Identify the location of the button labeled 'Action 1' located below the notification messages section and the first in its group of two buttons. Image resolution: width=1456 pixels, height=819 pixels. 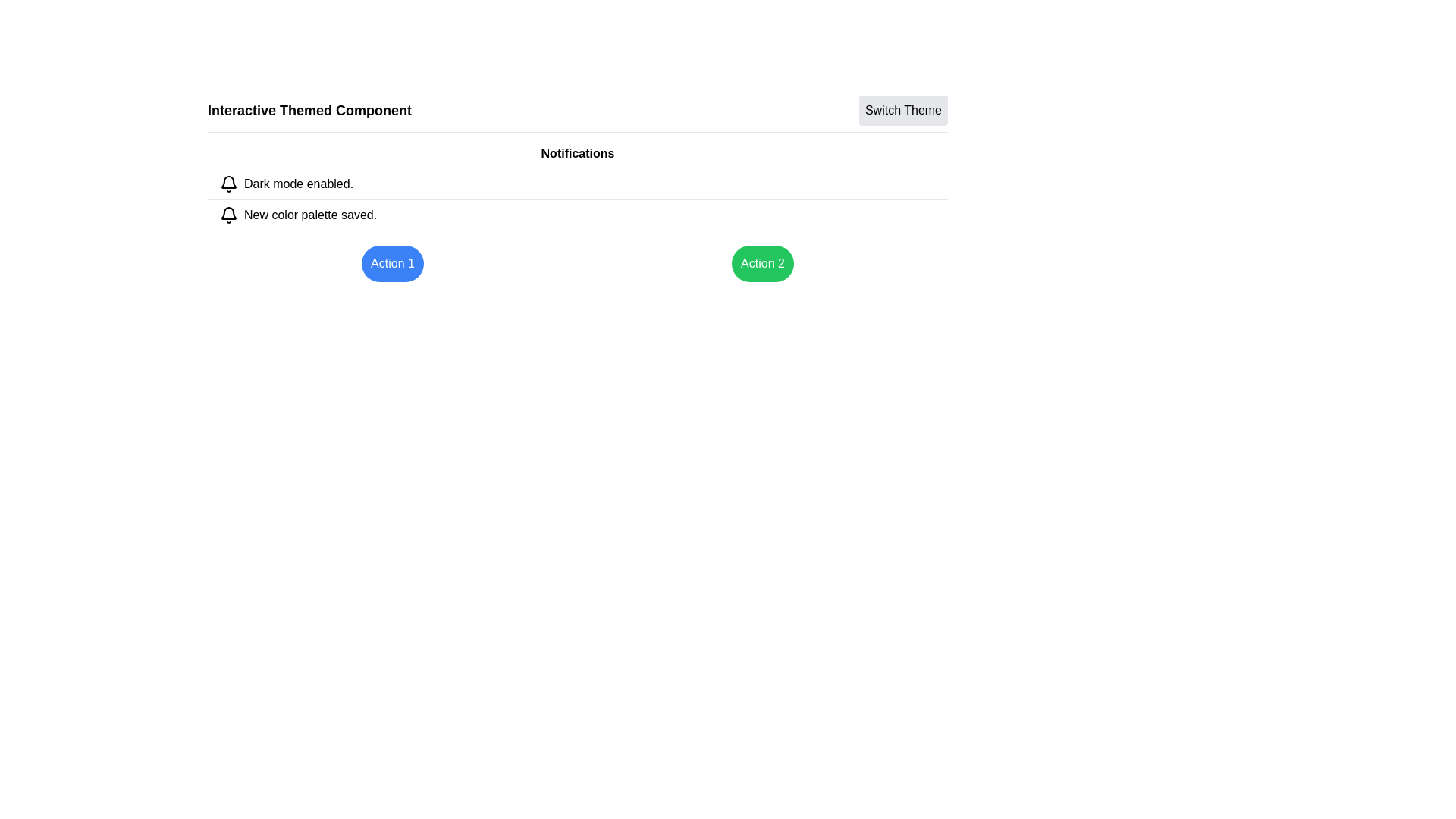
(393, 262).